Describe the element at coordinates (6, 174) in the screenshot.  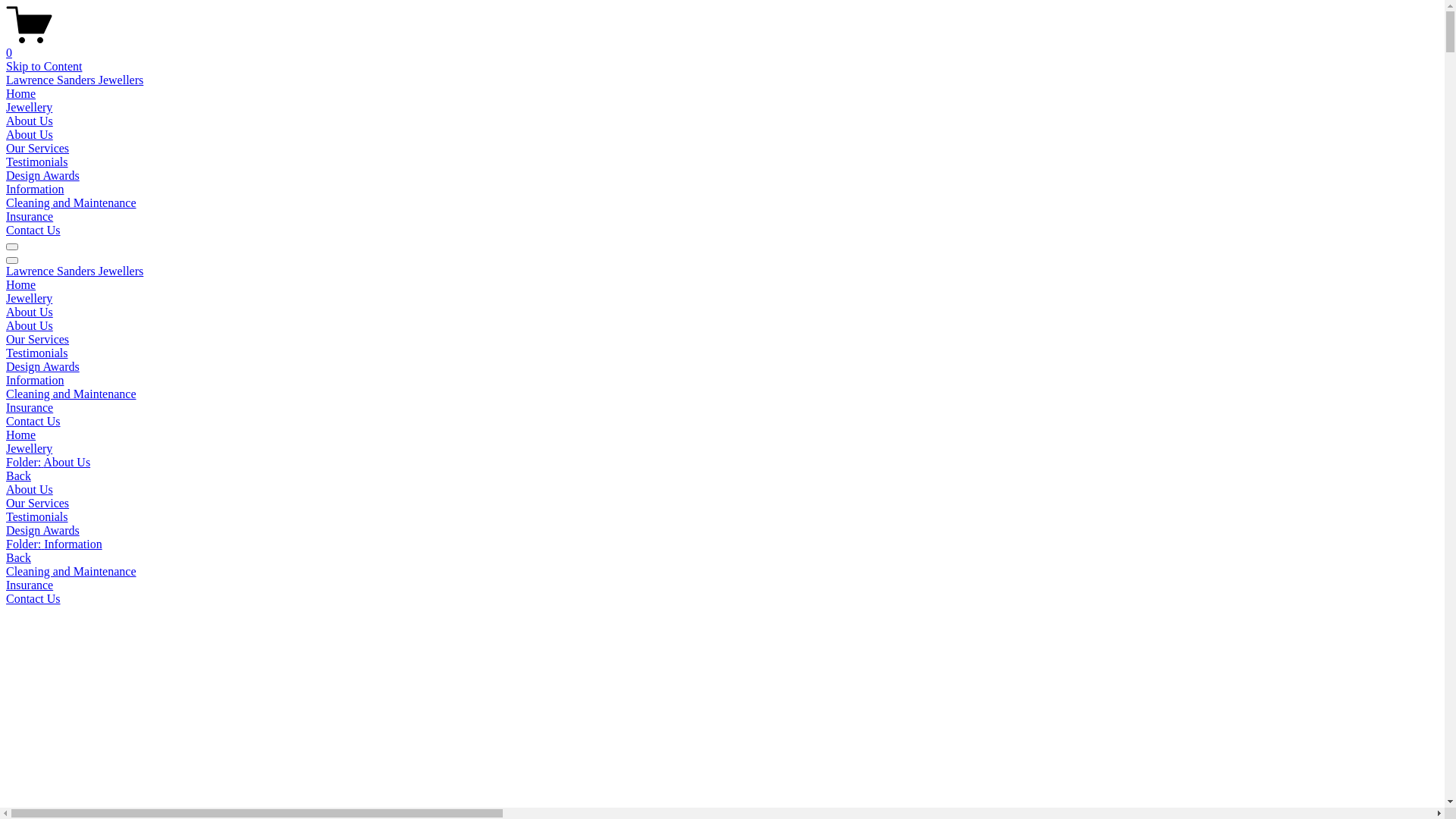
I see `'Design Awards'` at that location.